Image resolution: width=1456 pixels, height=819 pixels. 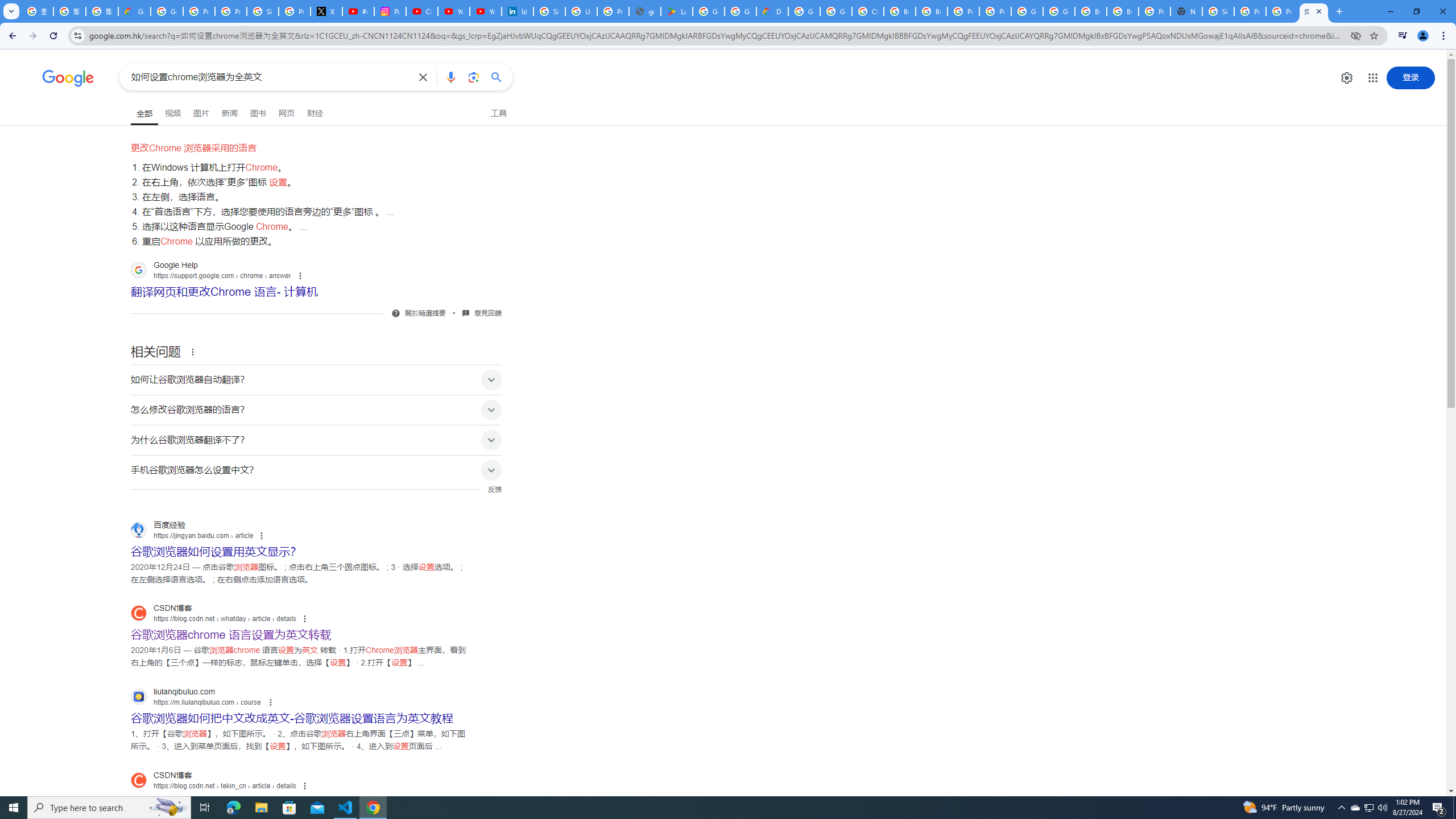 I want to click on 'X', so click(x=326, y=11).